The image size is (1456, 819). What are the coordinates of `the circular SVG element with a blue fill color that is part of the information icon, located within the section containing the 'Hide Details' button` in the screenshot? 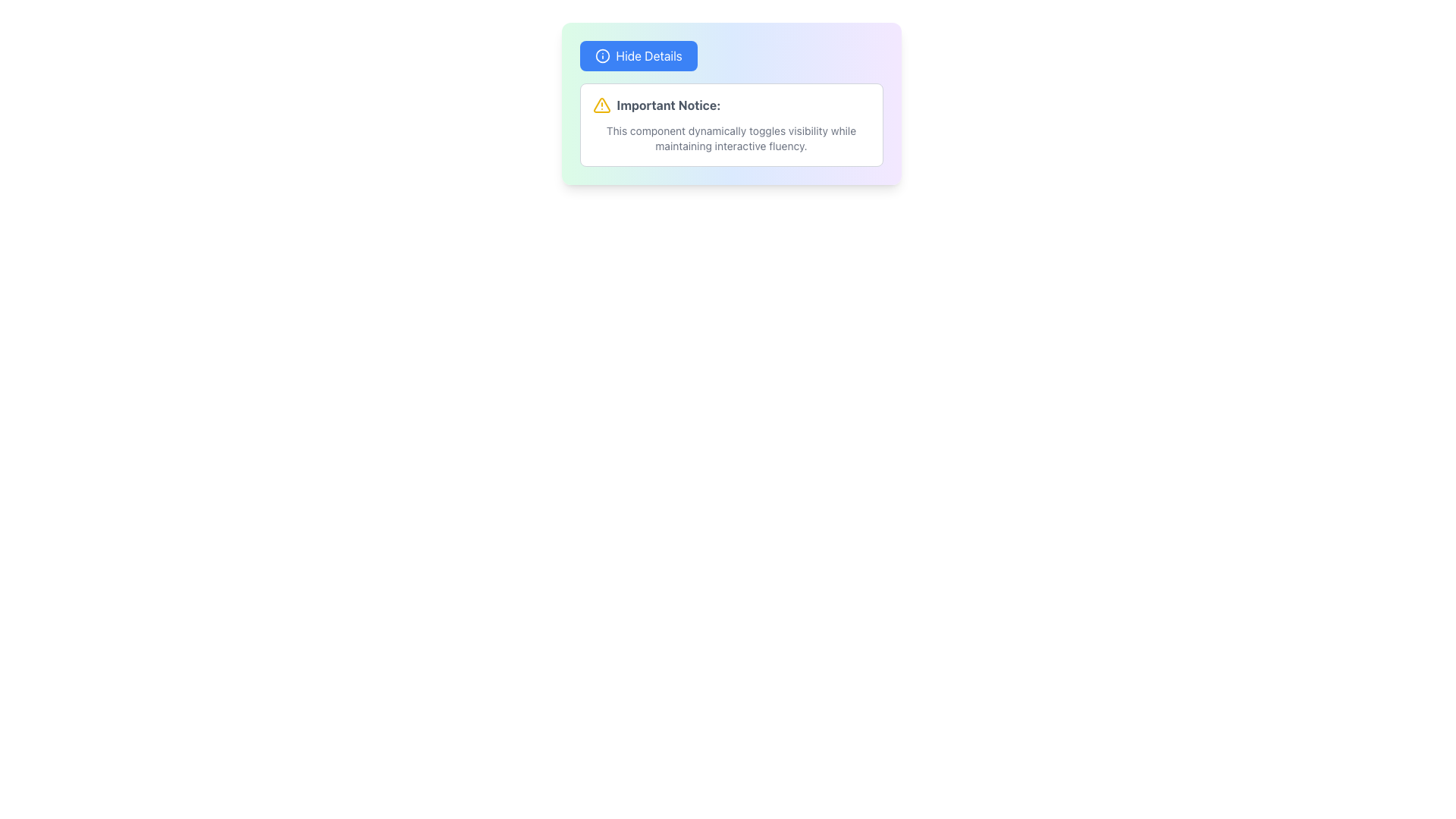 It's located at (601, 55).